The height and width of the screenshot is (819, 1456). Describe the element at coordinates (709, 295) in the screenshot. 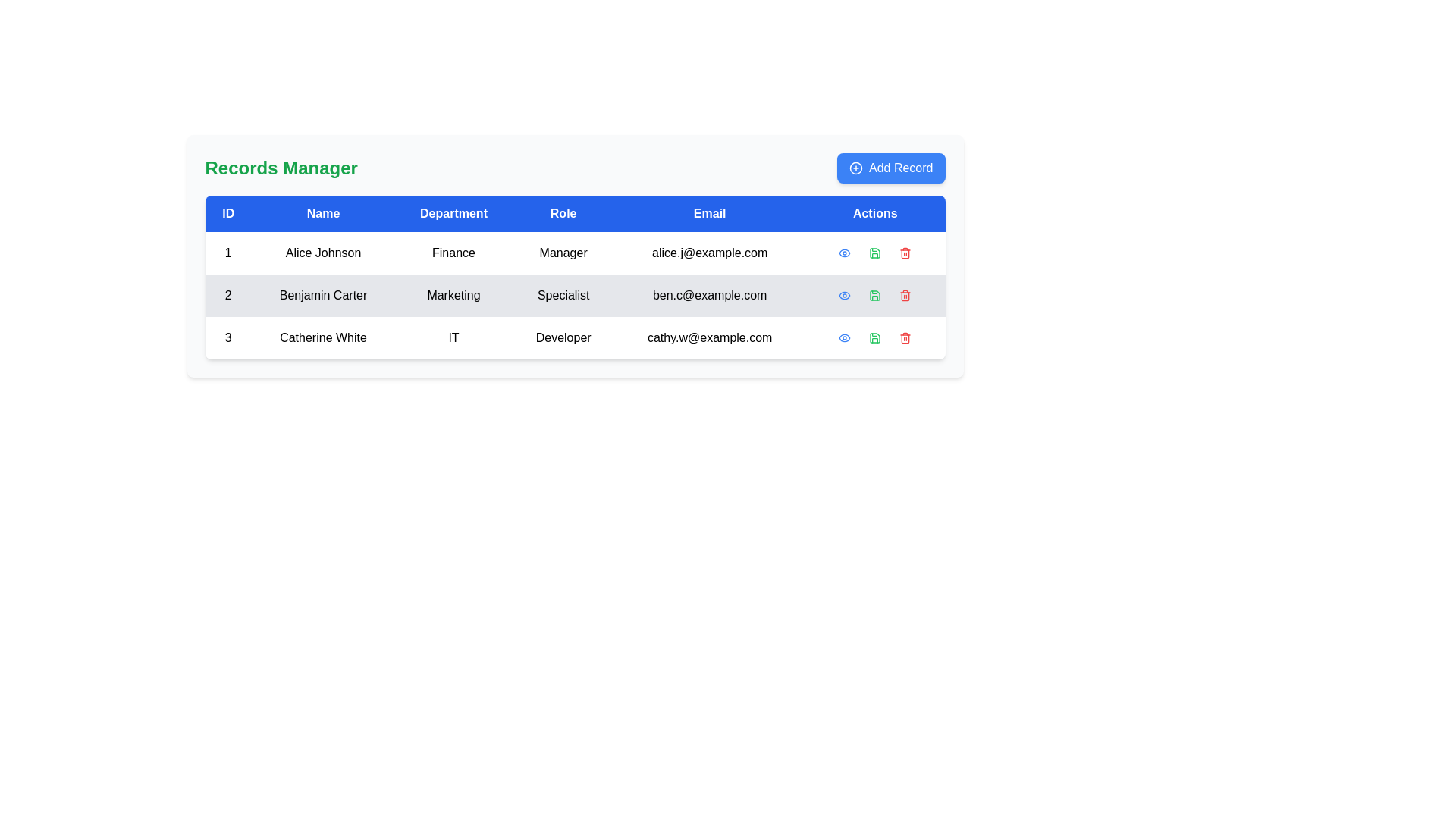

I see `the static text displaying the email address 'ben.c@example.com' located in the fifth column of the table row for 'Benjamin Carter'` at that location.